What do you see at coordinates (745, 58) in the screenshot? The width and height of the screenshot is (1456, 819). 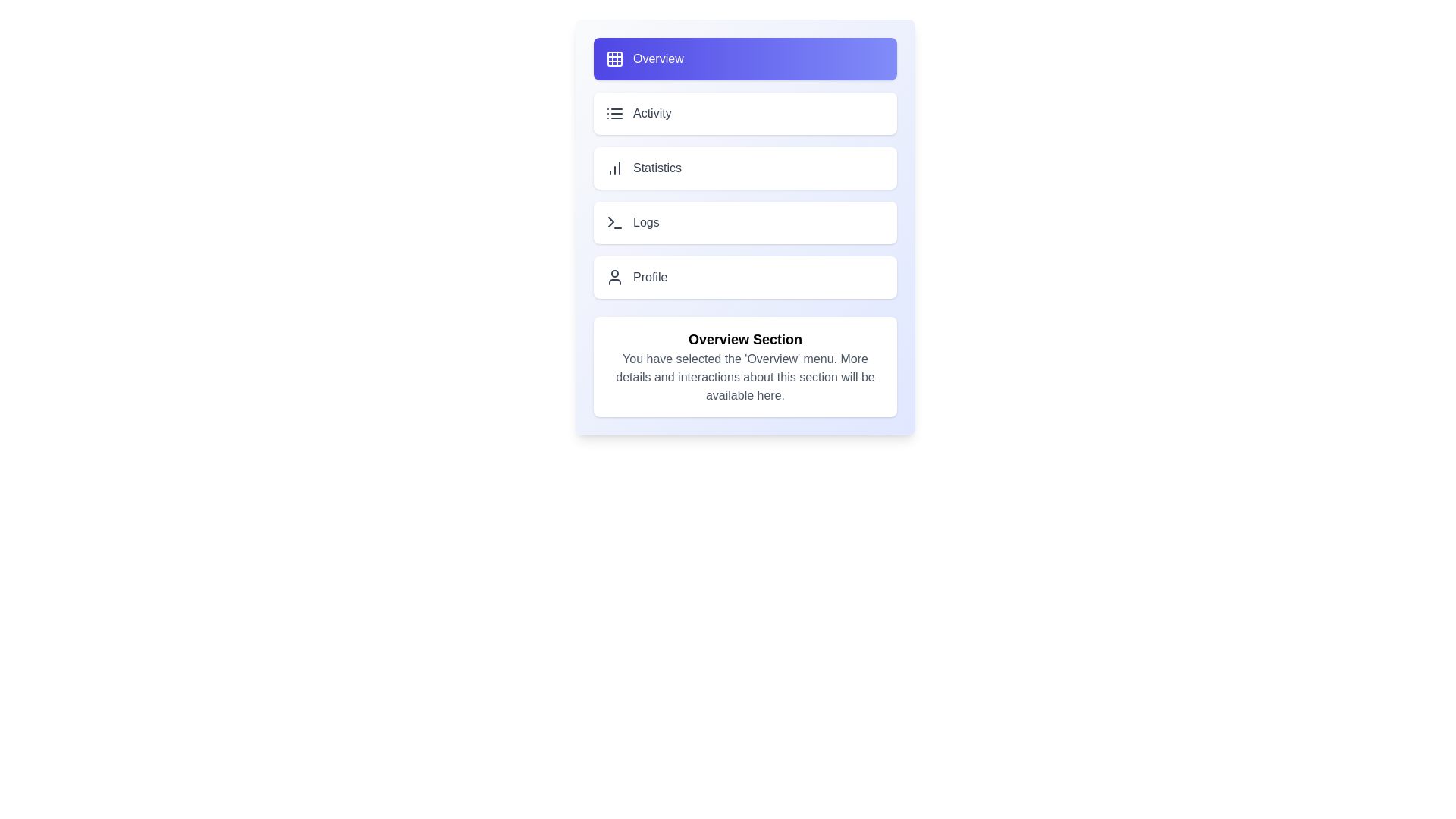 I see `the menu item Overview to display its section` at bounding box center [745, 58].